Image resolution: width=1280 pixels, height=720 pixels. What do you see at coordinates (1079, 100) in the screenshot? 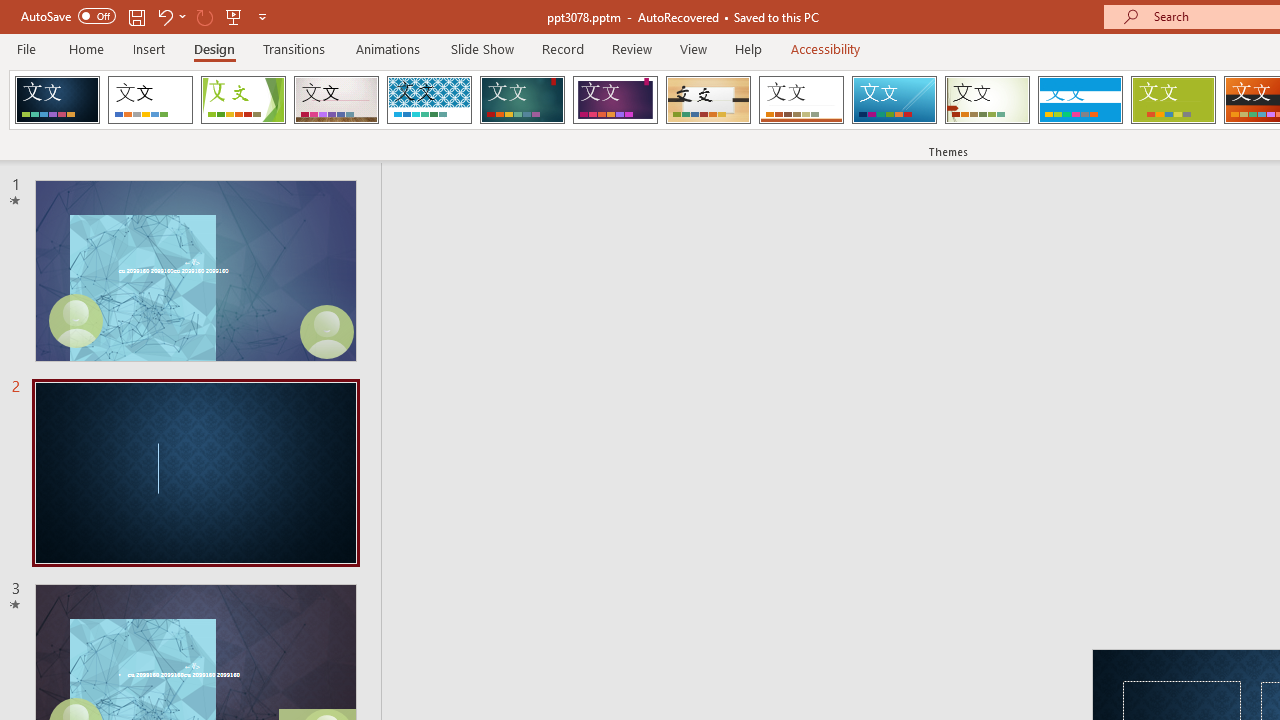
I see `'Banded'` at bounding box center [1079, 100].